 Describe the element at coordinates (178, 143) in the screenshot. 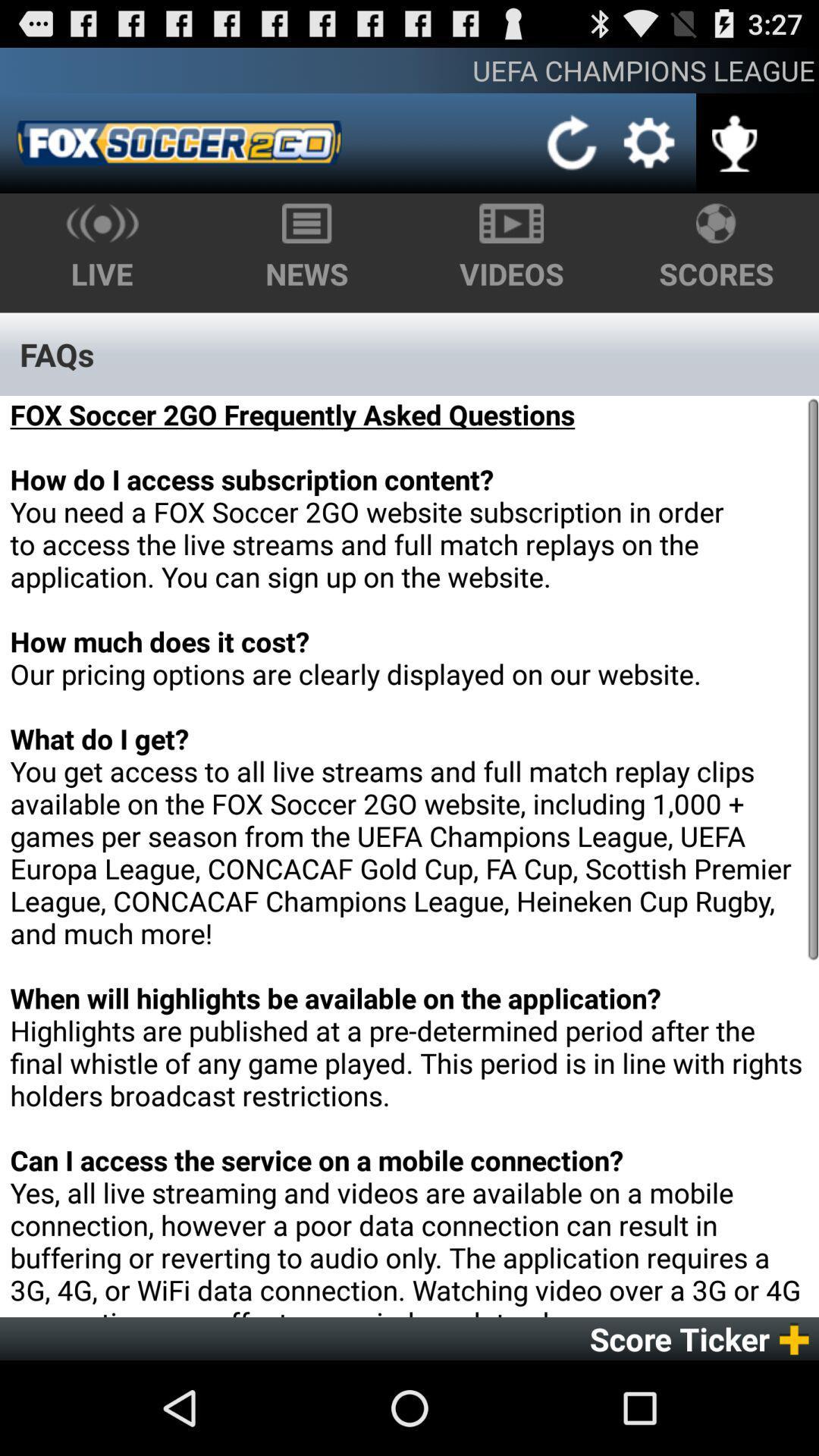

I see `item below the uefa champions league` at that location.